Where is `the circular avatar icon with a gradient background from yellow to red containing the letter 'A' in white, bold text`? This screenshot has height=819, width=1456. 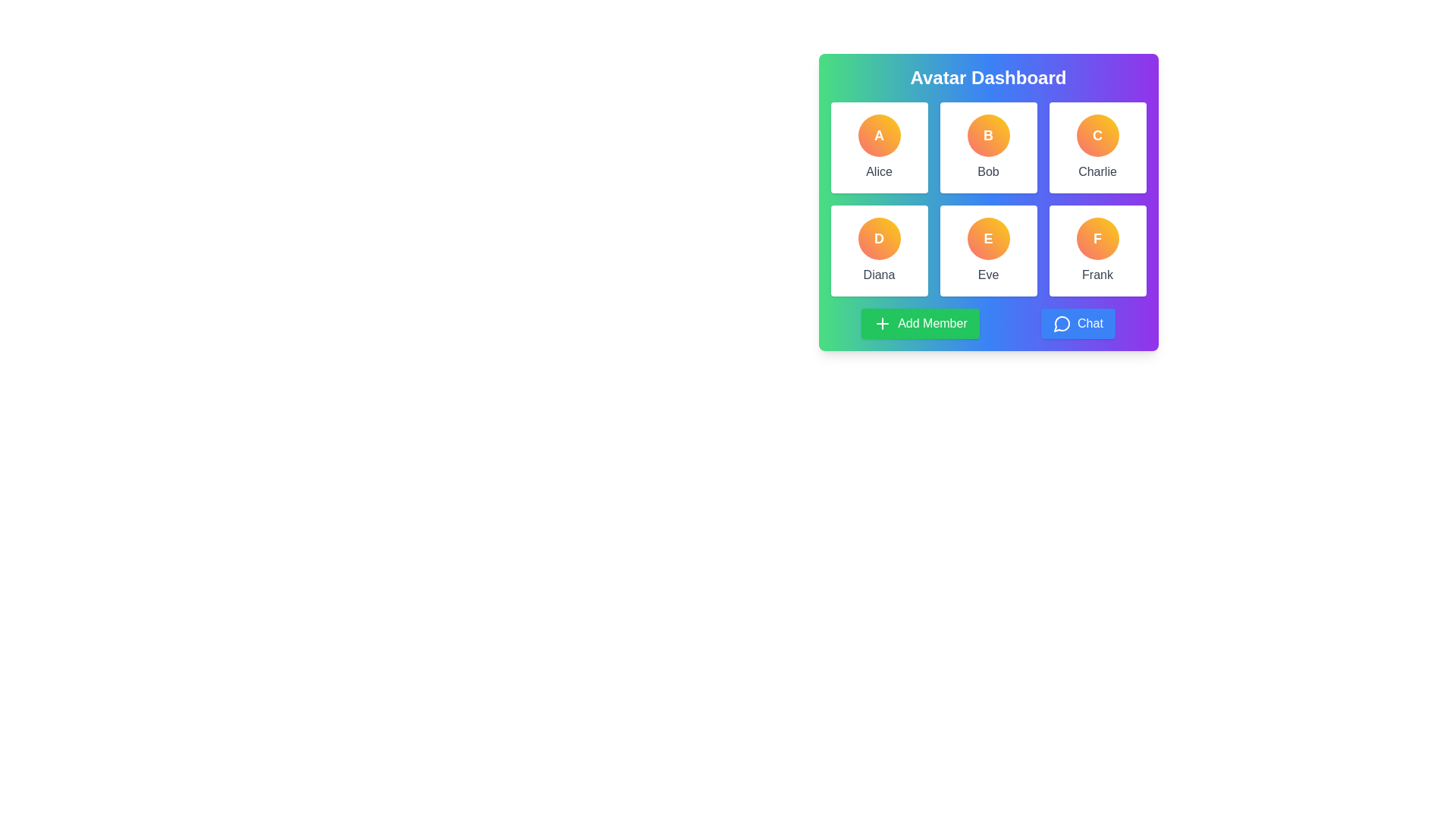
the circular avatar icon with a gradient background from yellow to red containing the letter 'A' in white, bold text is located at coordinates (879, 134).